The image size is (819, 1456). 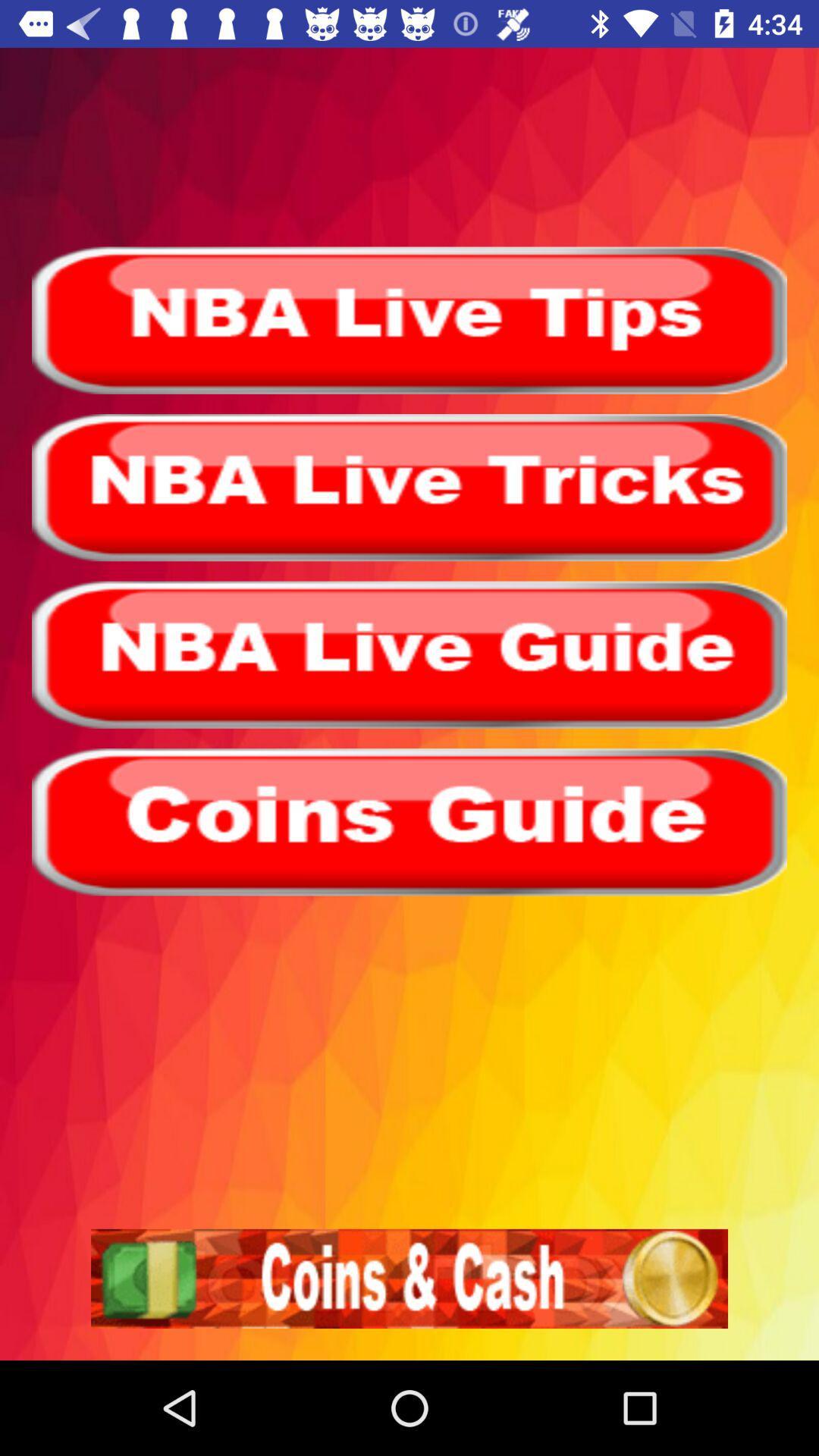 What do you see at coordinates (409, 821) in the screenshot?
I see `guide` at bounding box center [409, 821].